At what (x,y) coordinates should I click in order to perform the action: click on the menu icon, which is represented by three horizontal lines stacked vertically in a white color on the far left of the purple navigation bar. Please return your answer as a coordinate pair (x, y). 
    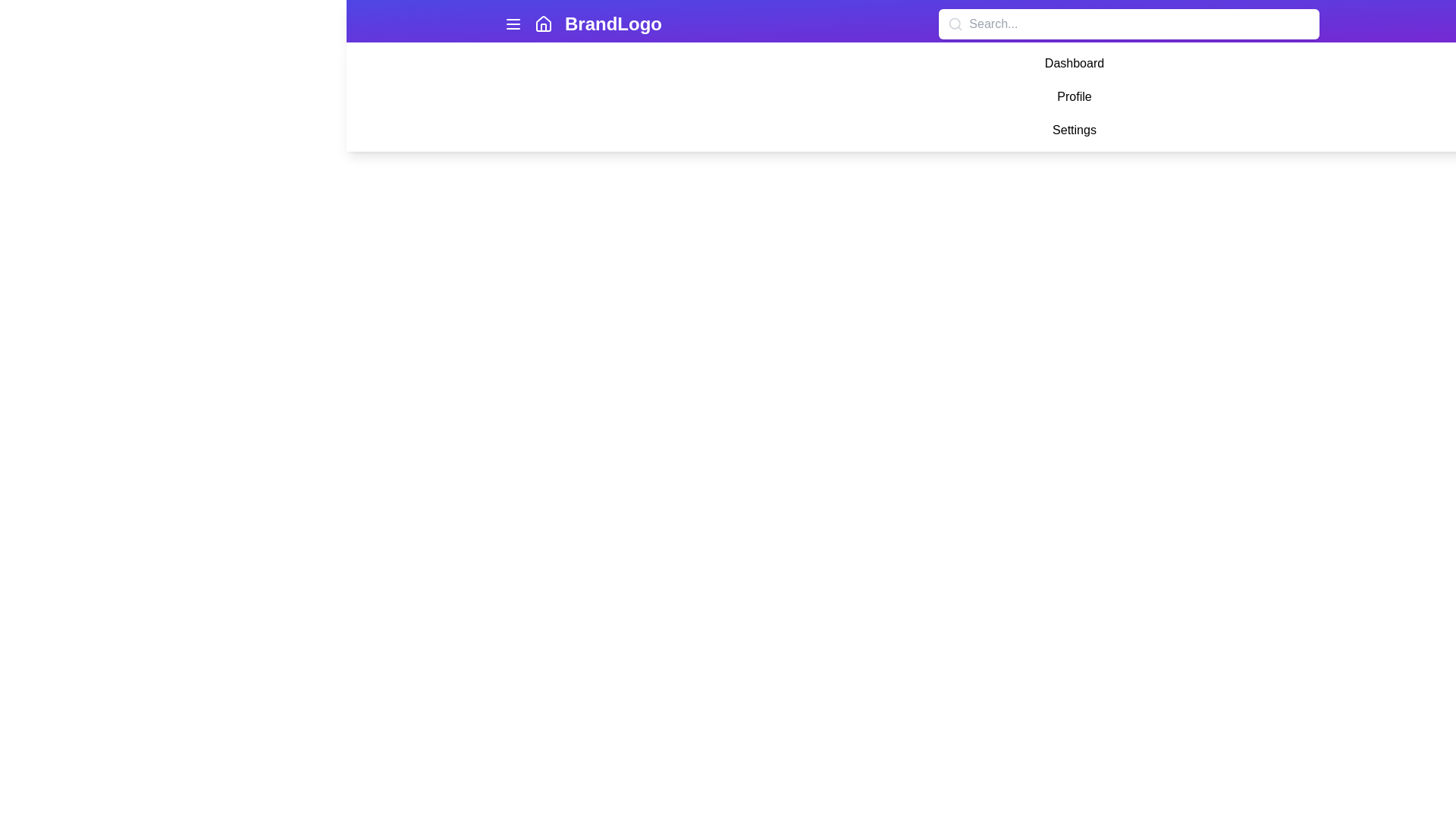
    Looking at the image, I should click on (513, 24).